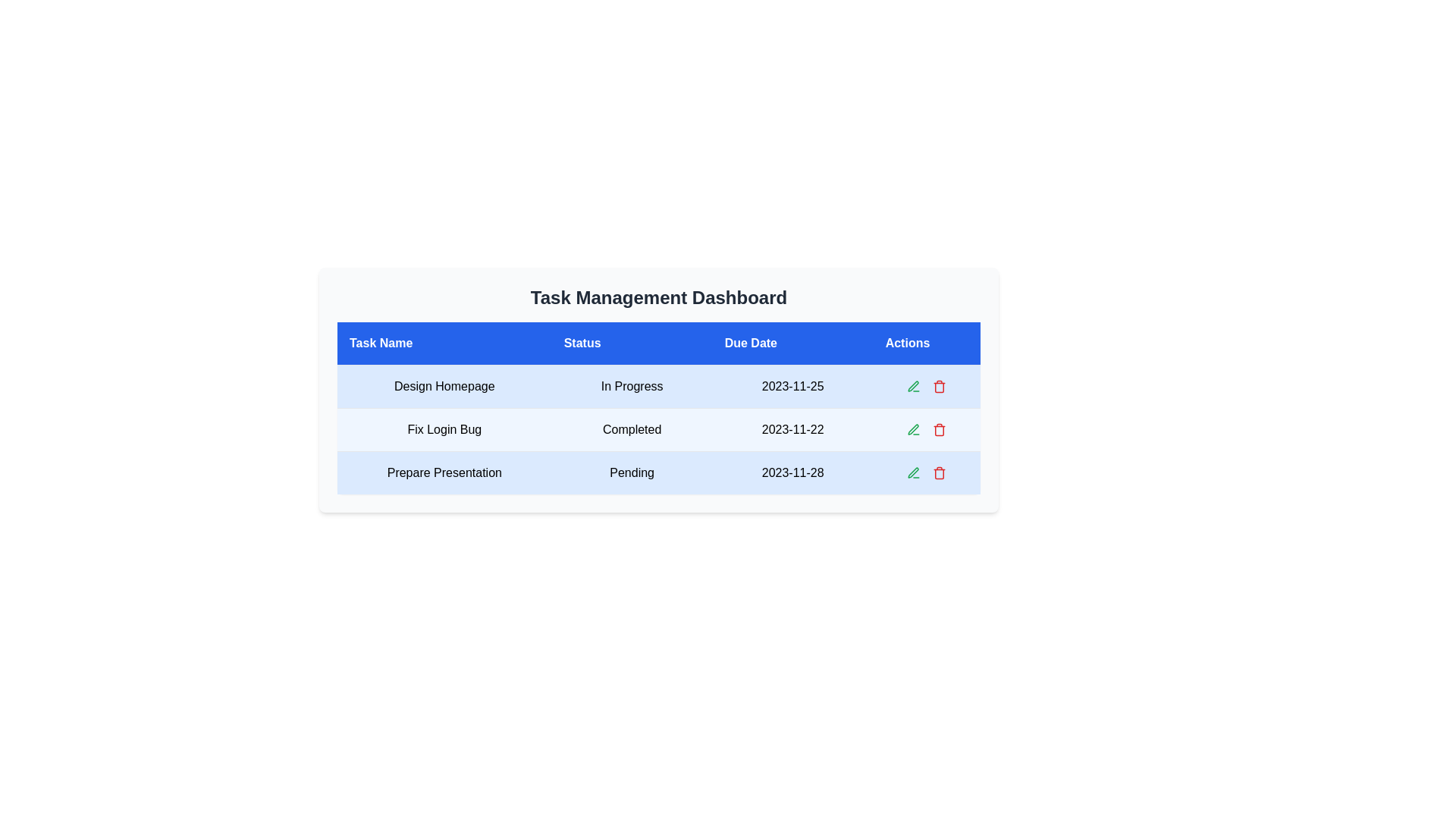  I want to click on the delete button located in the 'Actions' column of the row for the task 'Fix Login Bug', so click(939, 430).